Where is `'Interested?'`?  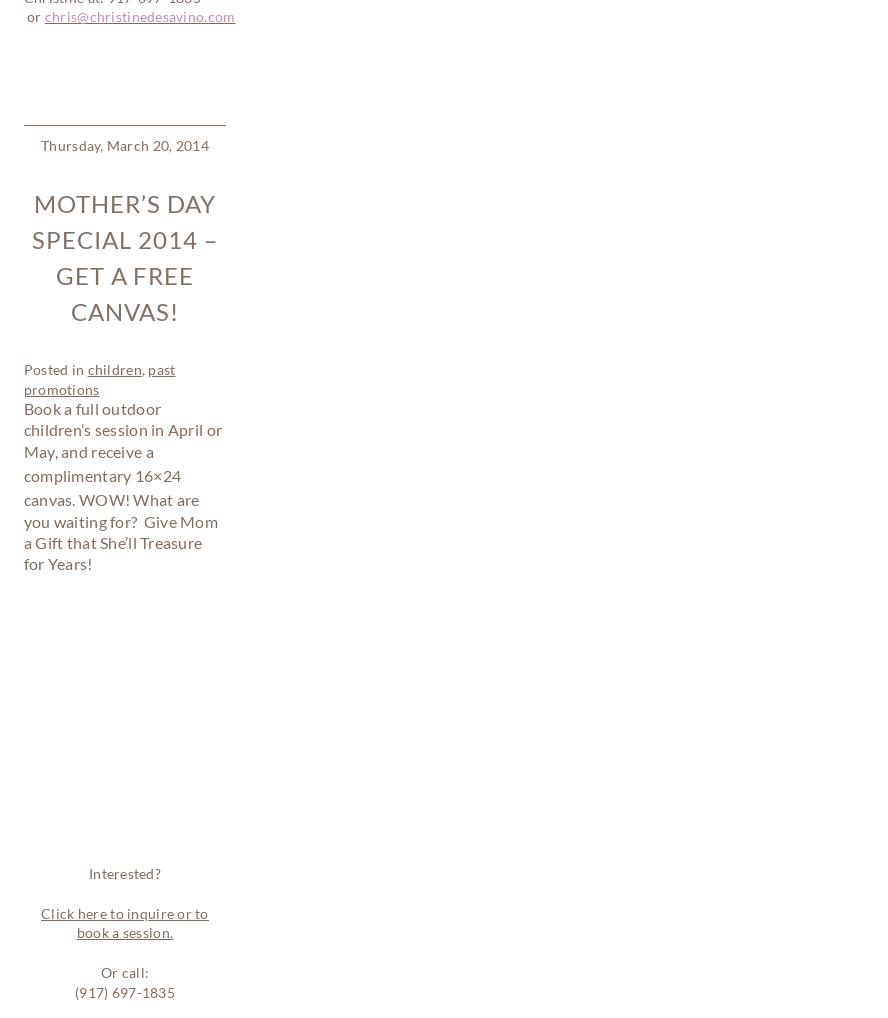
'Interested?' is located at coordinates (87, 273).